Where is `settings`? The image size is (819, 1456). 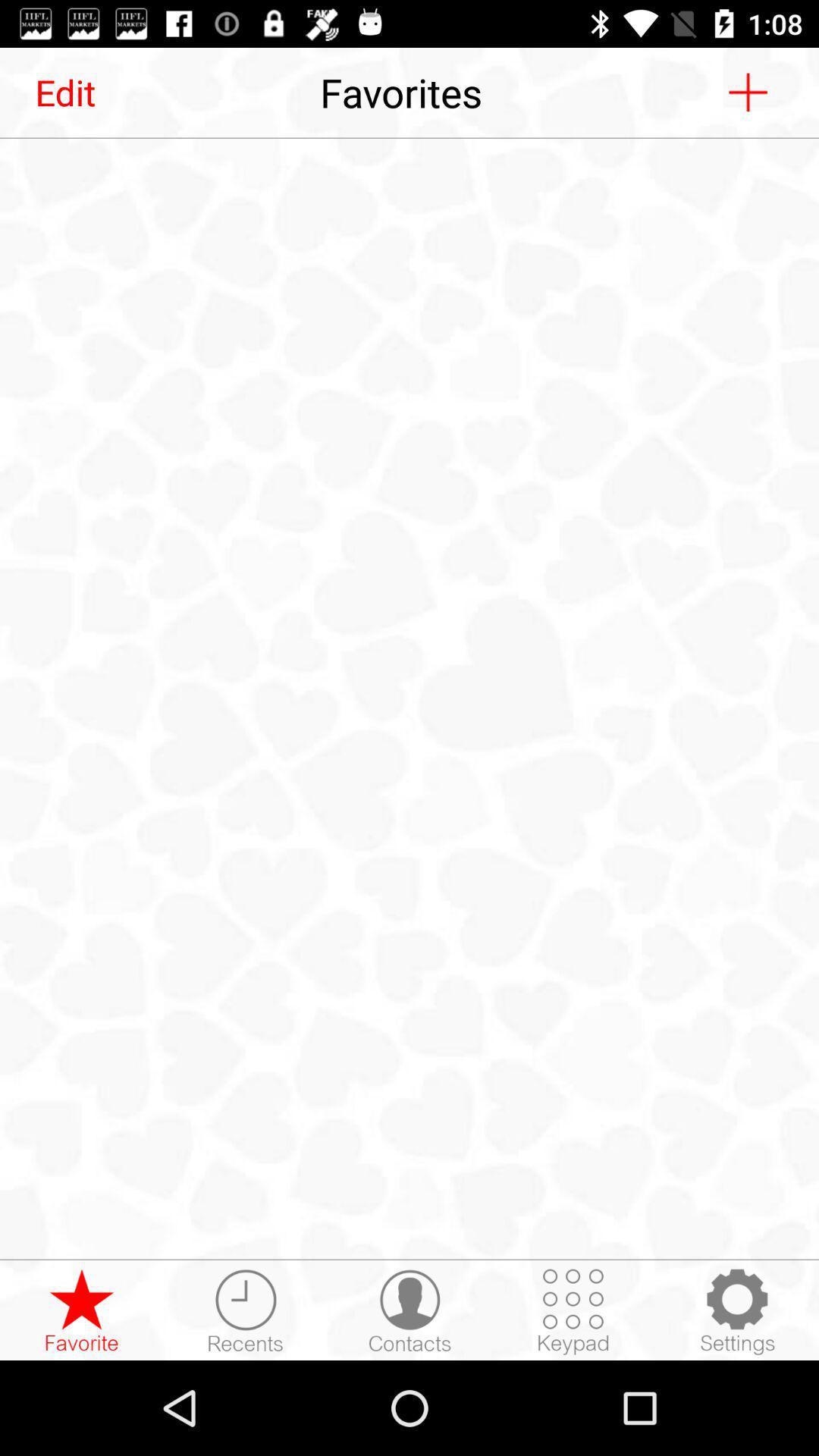 settings is located at coordinates (736, 1310).